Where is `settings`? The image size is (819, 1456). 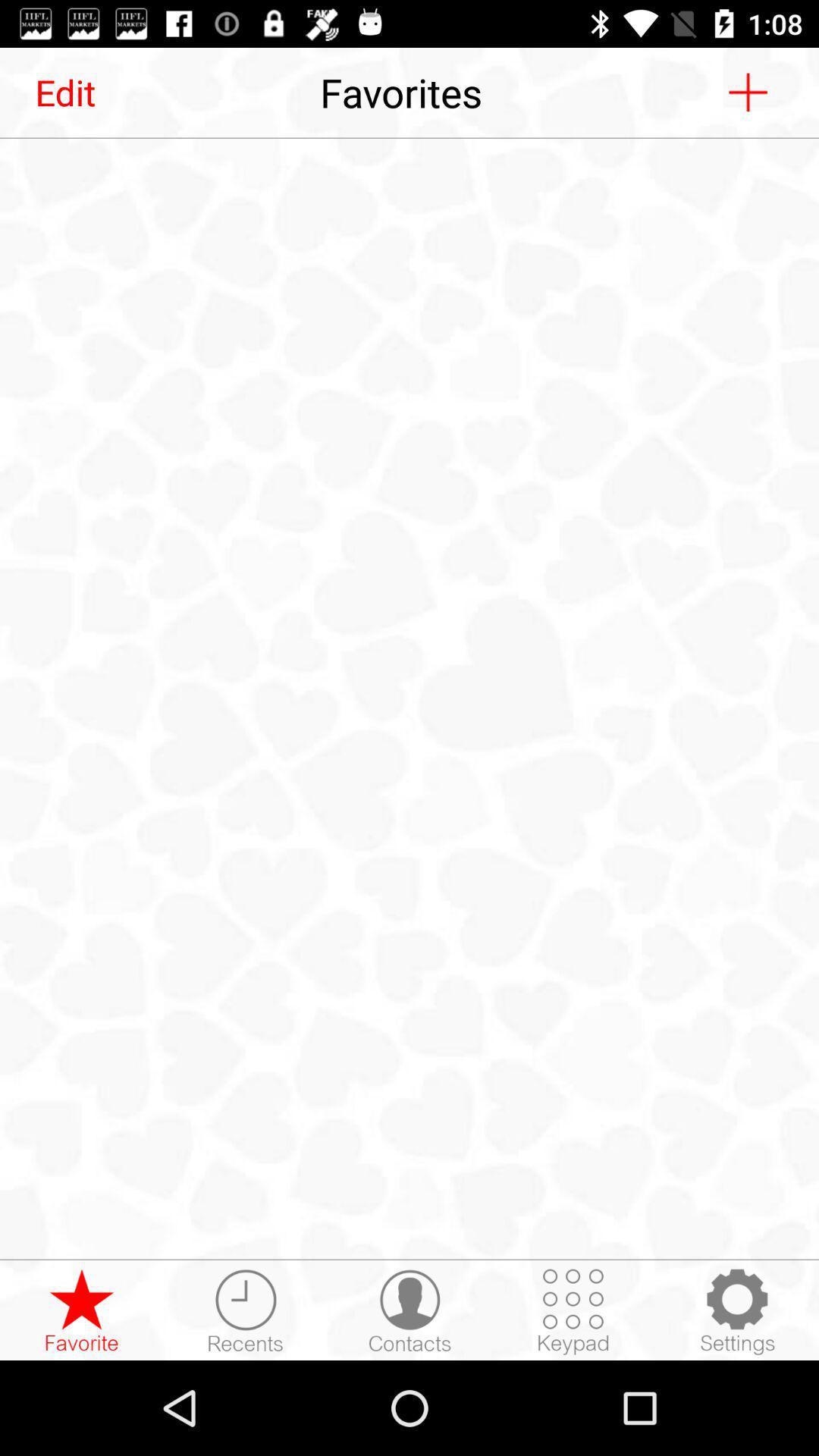 settings is located at coordinates (736, 1310).